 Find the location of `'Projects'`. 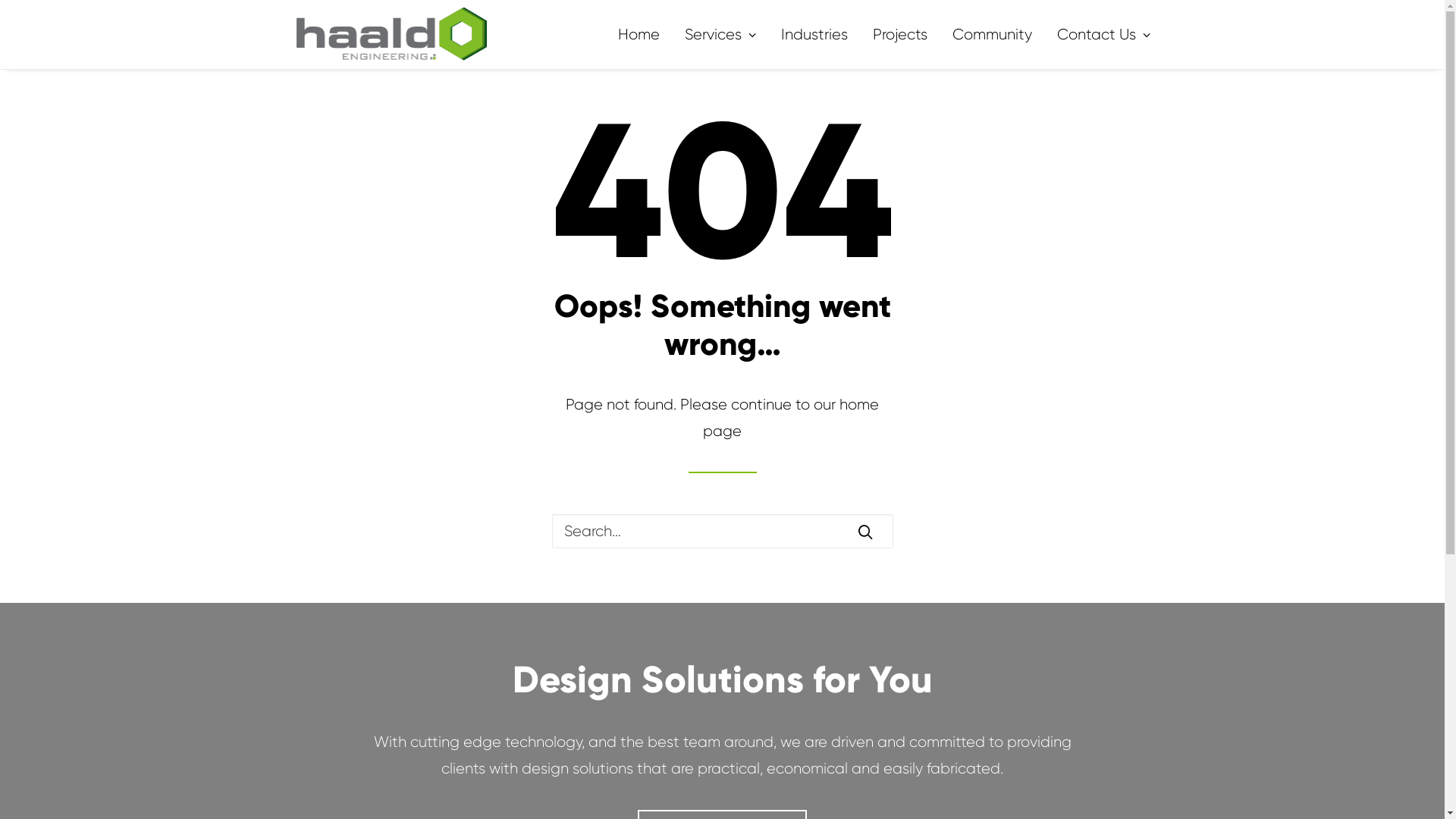

'Projects' is located at coordinates (861, 34).